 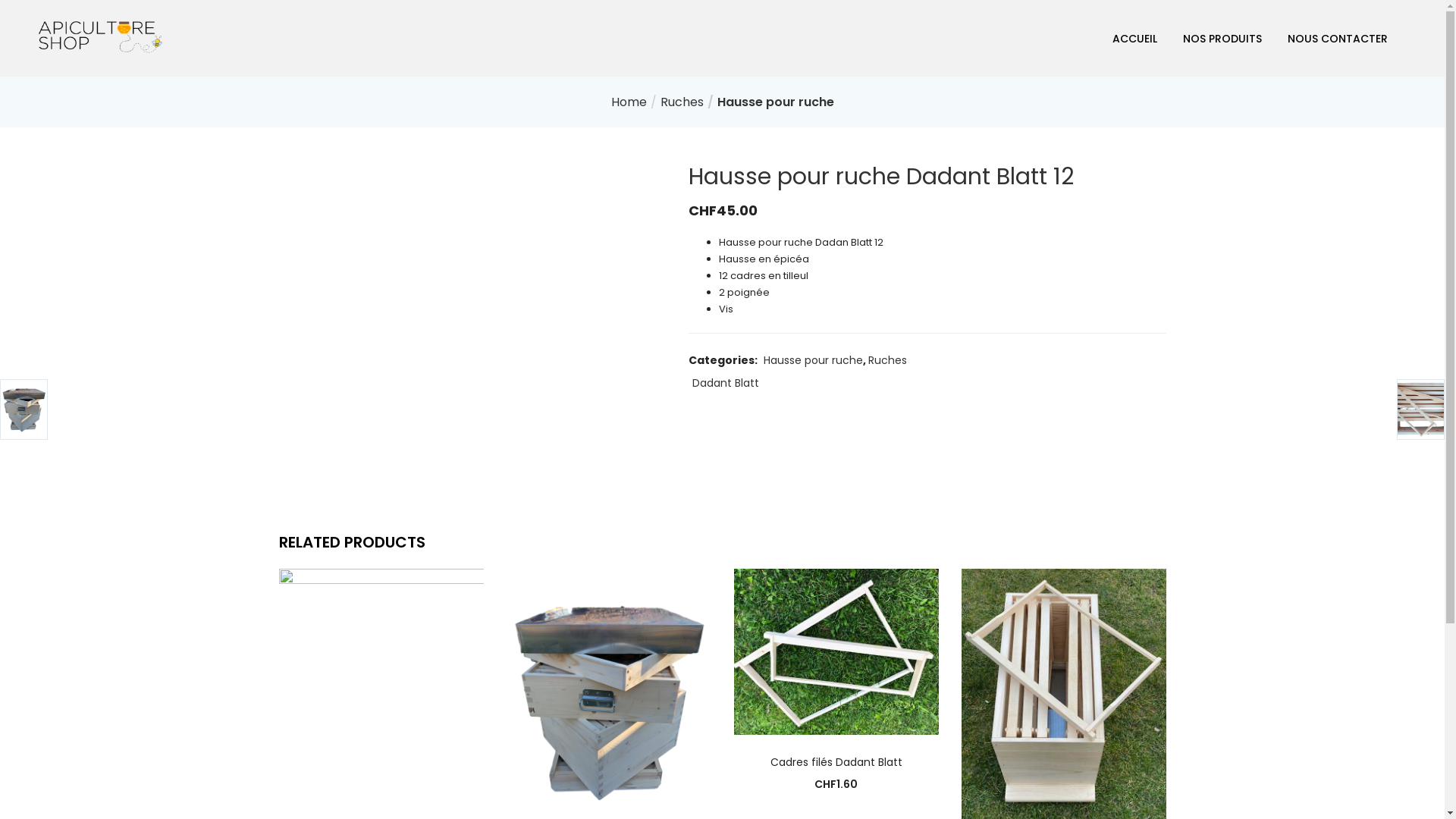 What do you see at coordinates (1337, 37) in the screenshot?
I see `'NOUS CONTACTER'` at bounding box center [1337, 37].